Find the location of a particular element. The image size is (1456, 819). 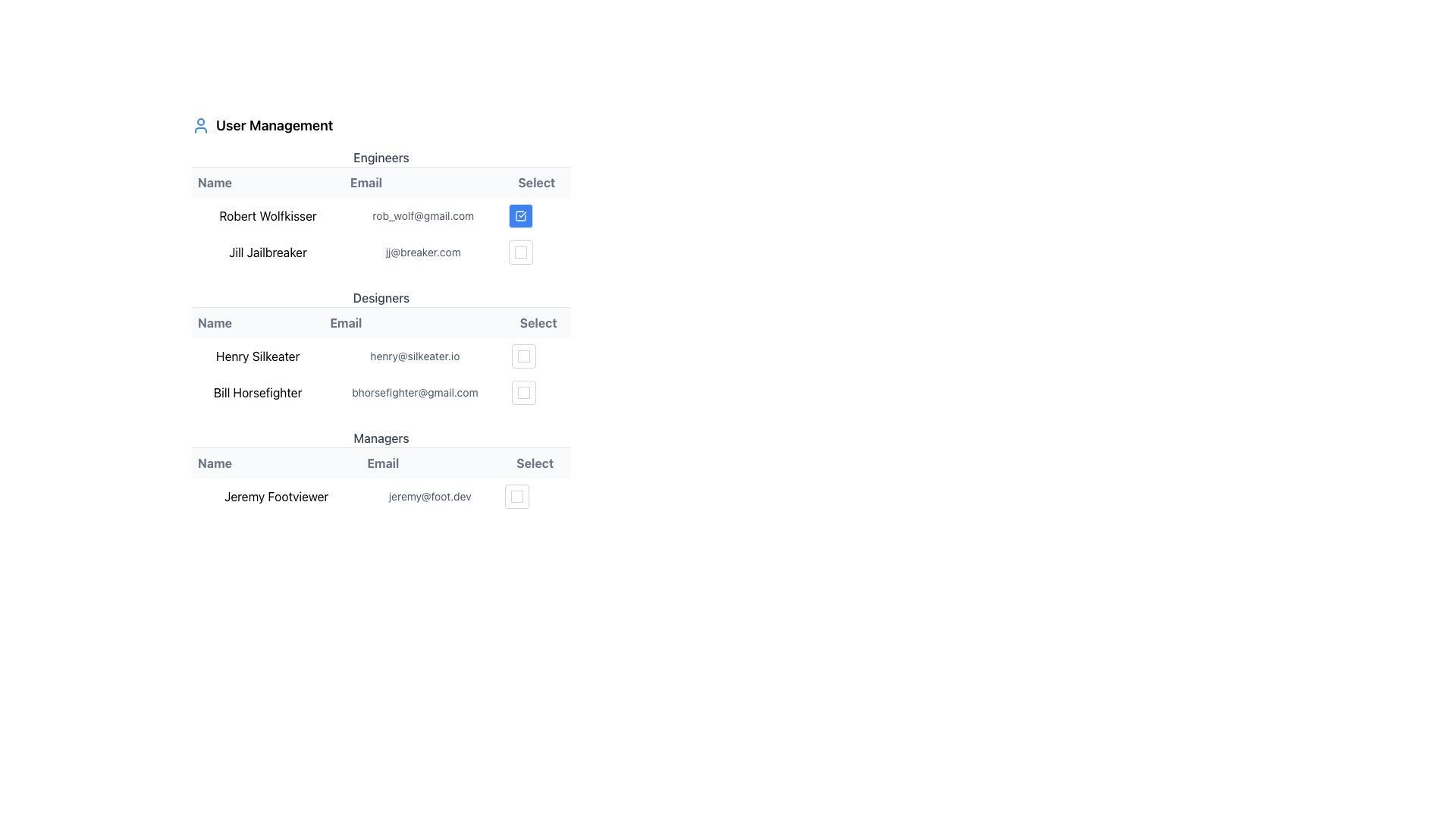

the Heading/Text Label that serves as a context for the managers' information, located between the 'Designers' section and the column headers for 'Name', 'Email', and 'Select' is located at coordinates (381, 438).